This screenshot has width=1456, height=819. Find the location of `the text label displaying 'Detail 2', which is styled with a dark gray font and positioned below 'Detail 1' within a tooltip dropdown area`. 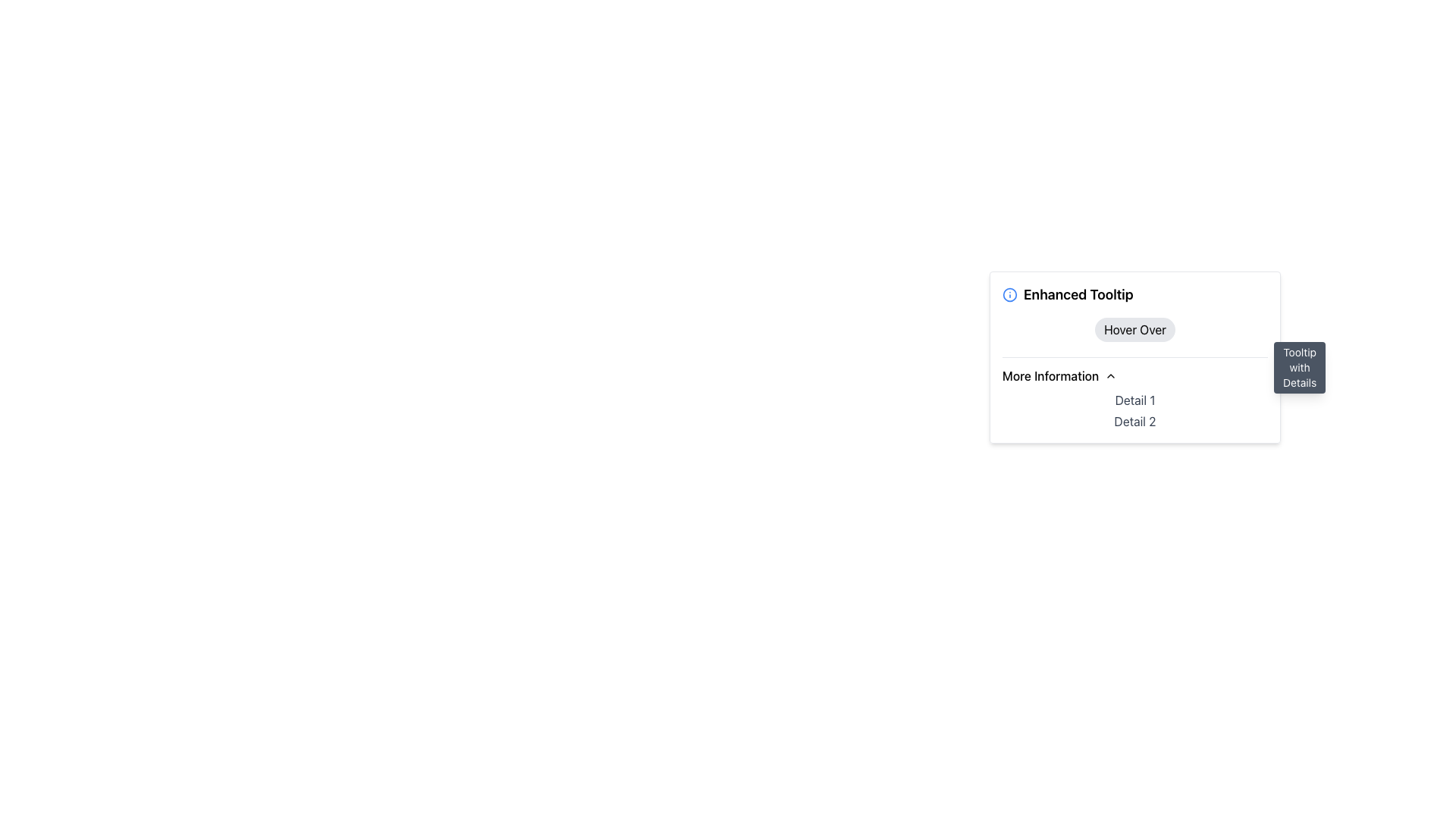

the text label displaying 'Detail 2', which is styled with a dark gray font and positioned below 'Detail 1' within a tooltip dropdown area is located at coordinates (1135, 421).